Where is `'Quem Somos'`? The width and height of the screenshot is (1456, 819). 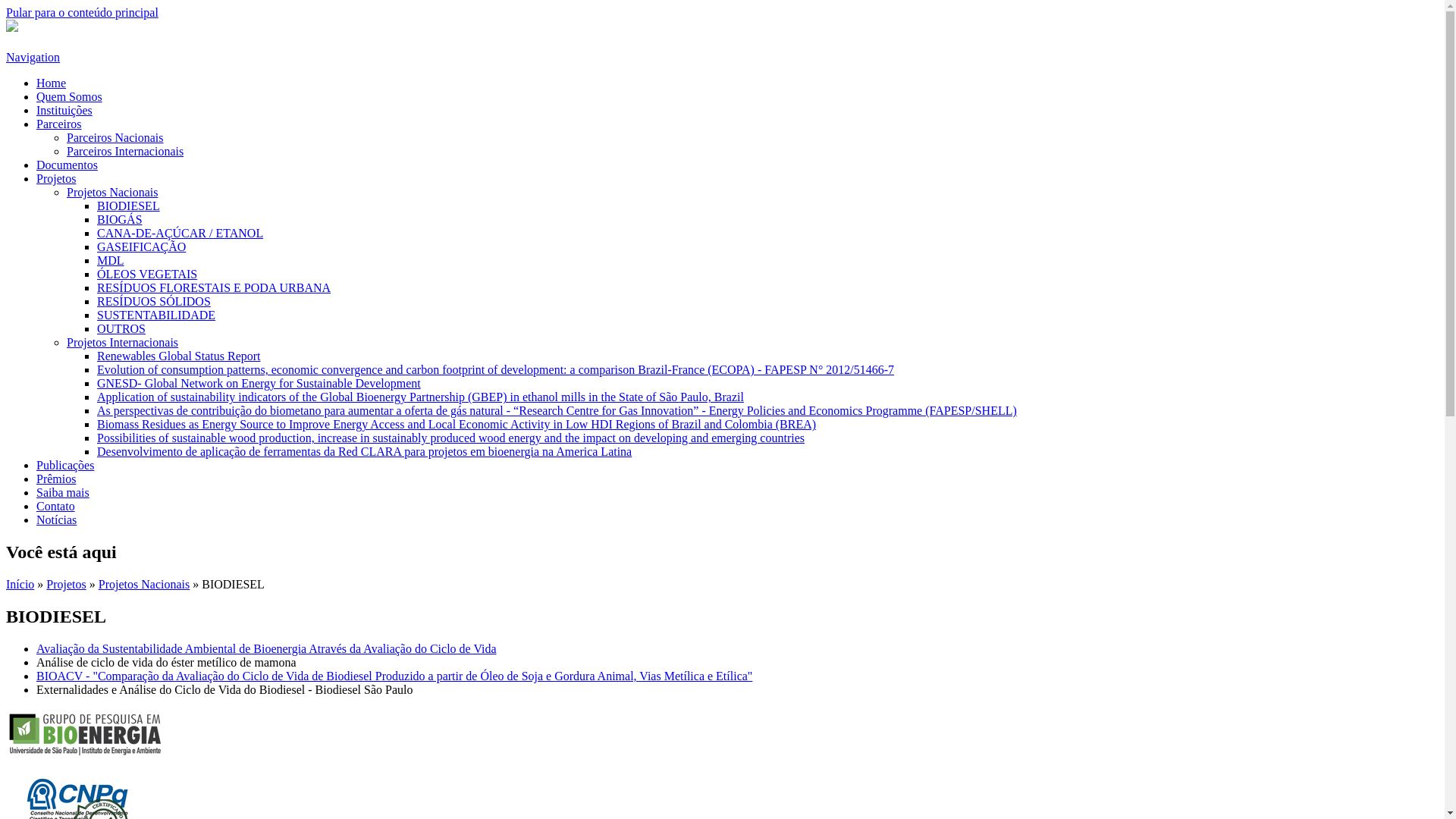 'Quem Somos' is located at coordinates (68, 96).